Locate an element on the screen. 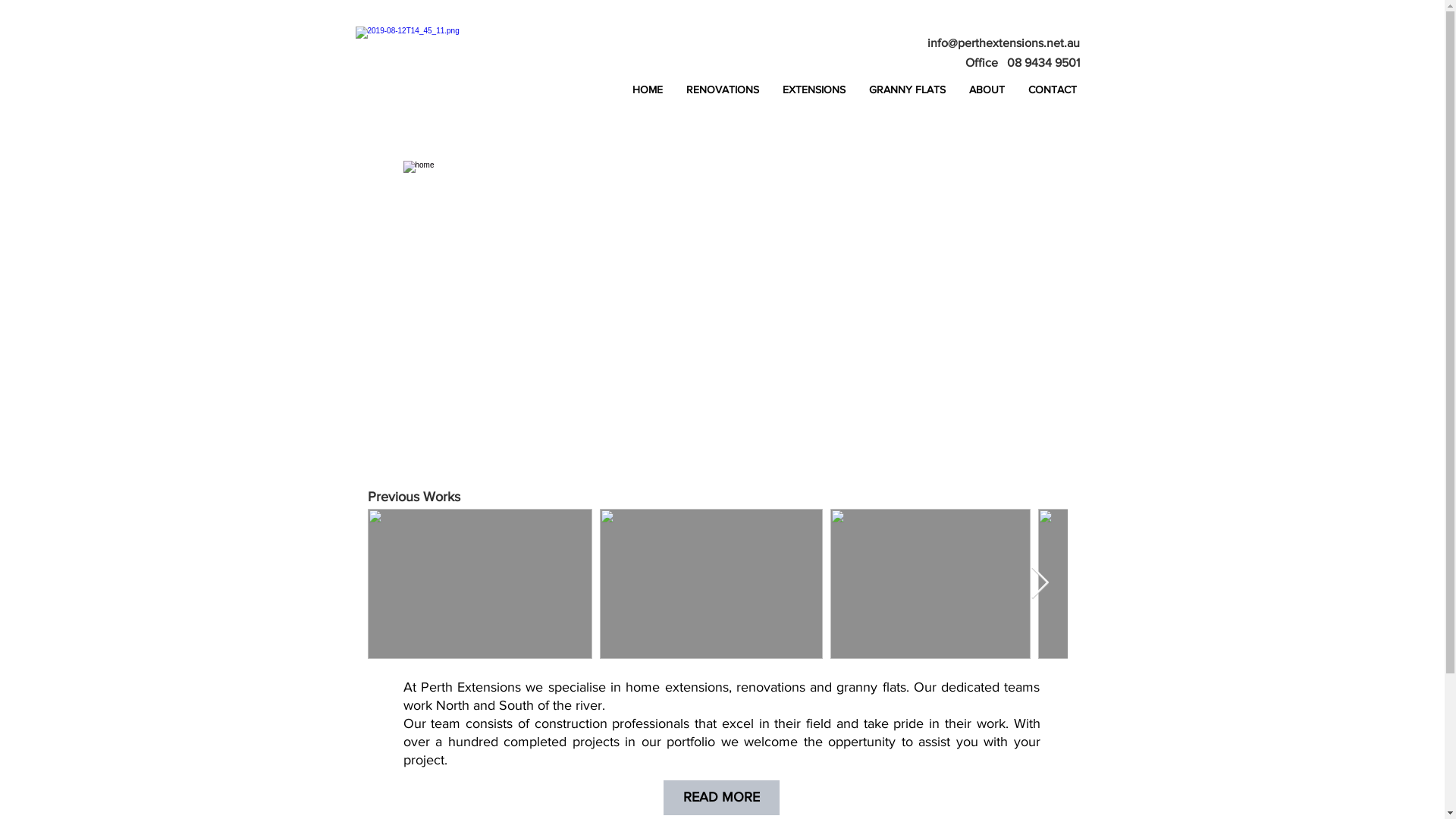 Image resolution: width=1456 pixels, height=819 pixels. 'CONTACT' is located at coordinates (1051, 89).